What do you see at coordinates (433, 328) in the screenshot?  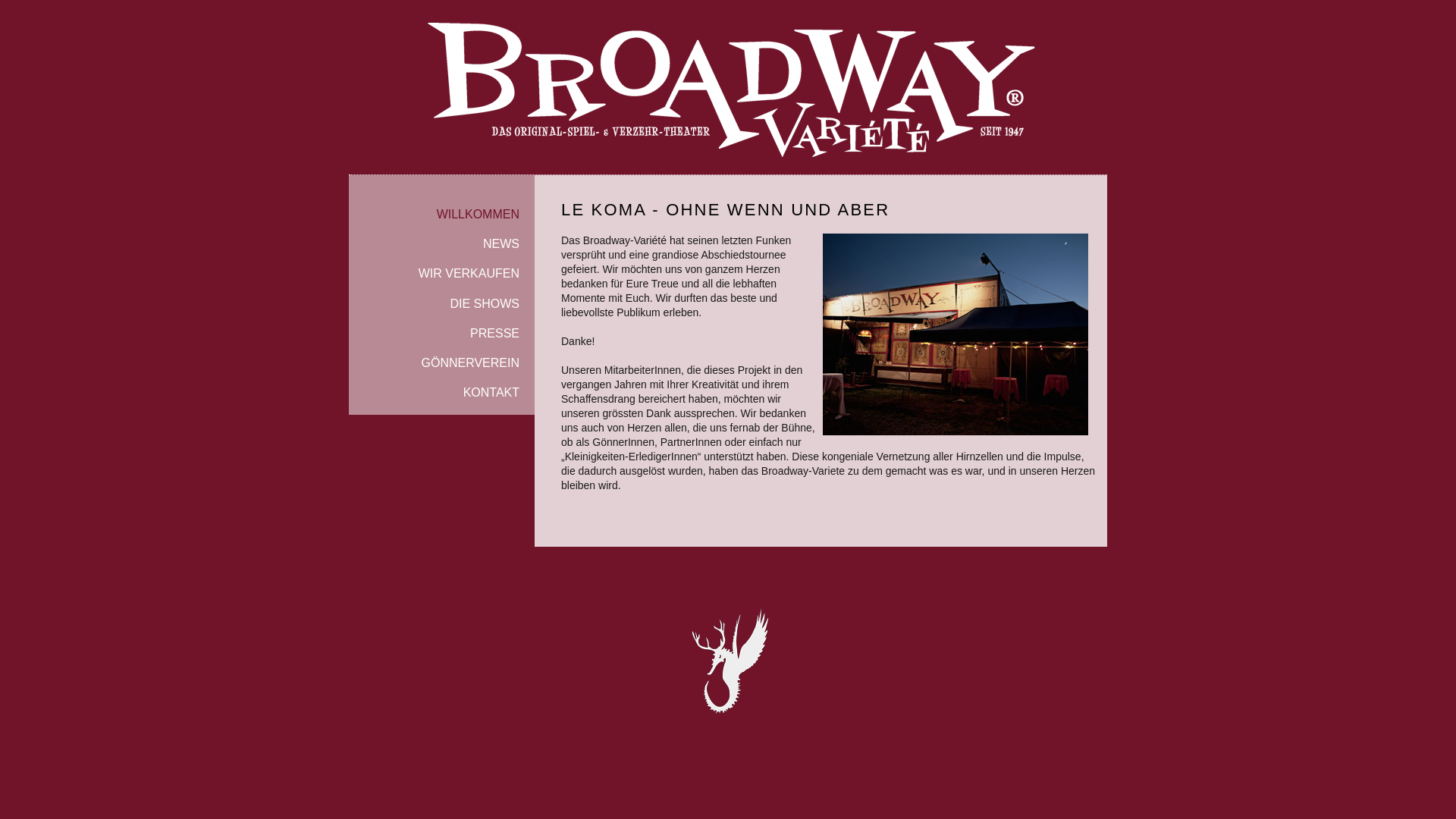 I see `'PRESSE'` at bounding box center [433, 328].